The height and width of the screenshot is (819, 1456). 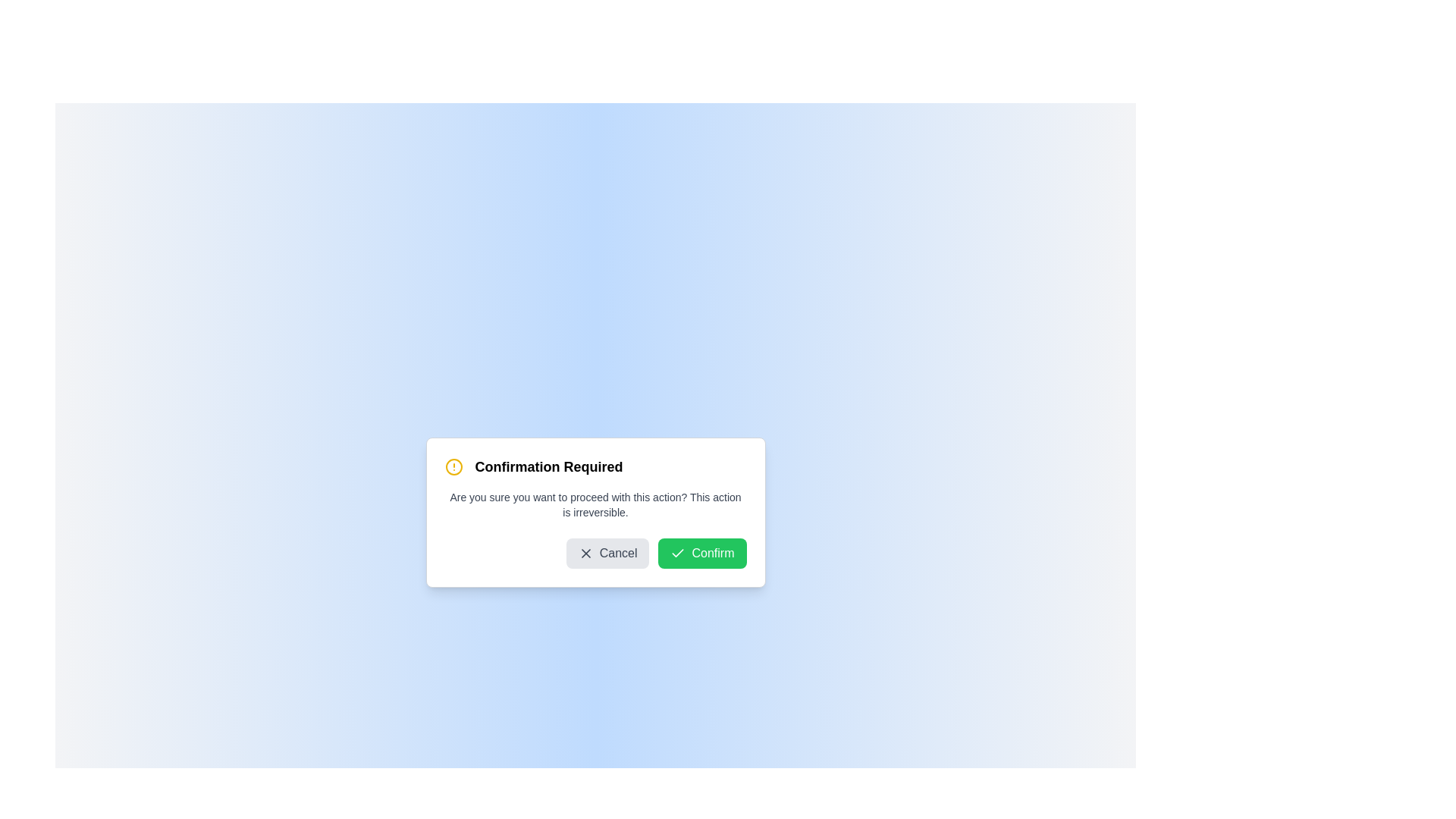 What do you see at coordinates (701, 553) in the screenshot?
I see `the 'Confirm' button located in the modal dialog box to confirm the action and proceed with the task` at bounding box center [701, 553].